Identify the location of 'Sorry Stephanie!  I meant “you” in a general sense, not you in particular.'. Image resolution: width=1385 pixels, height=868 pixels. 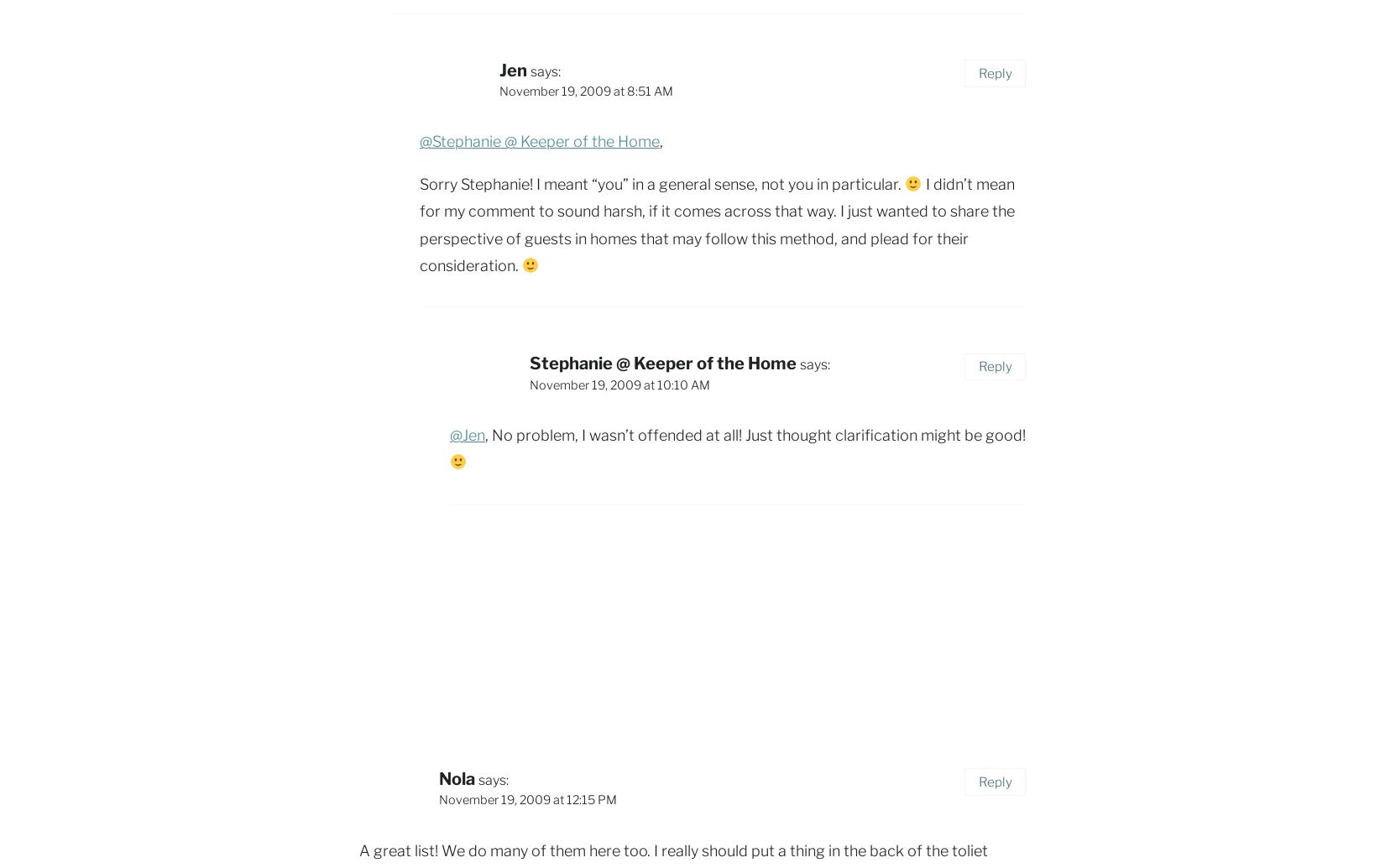
(661, 183).